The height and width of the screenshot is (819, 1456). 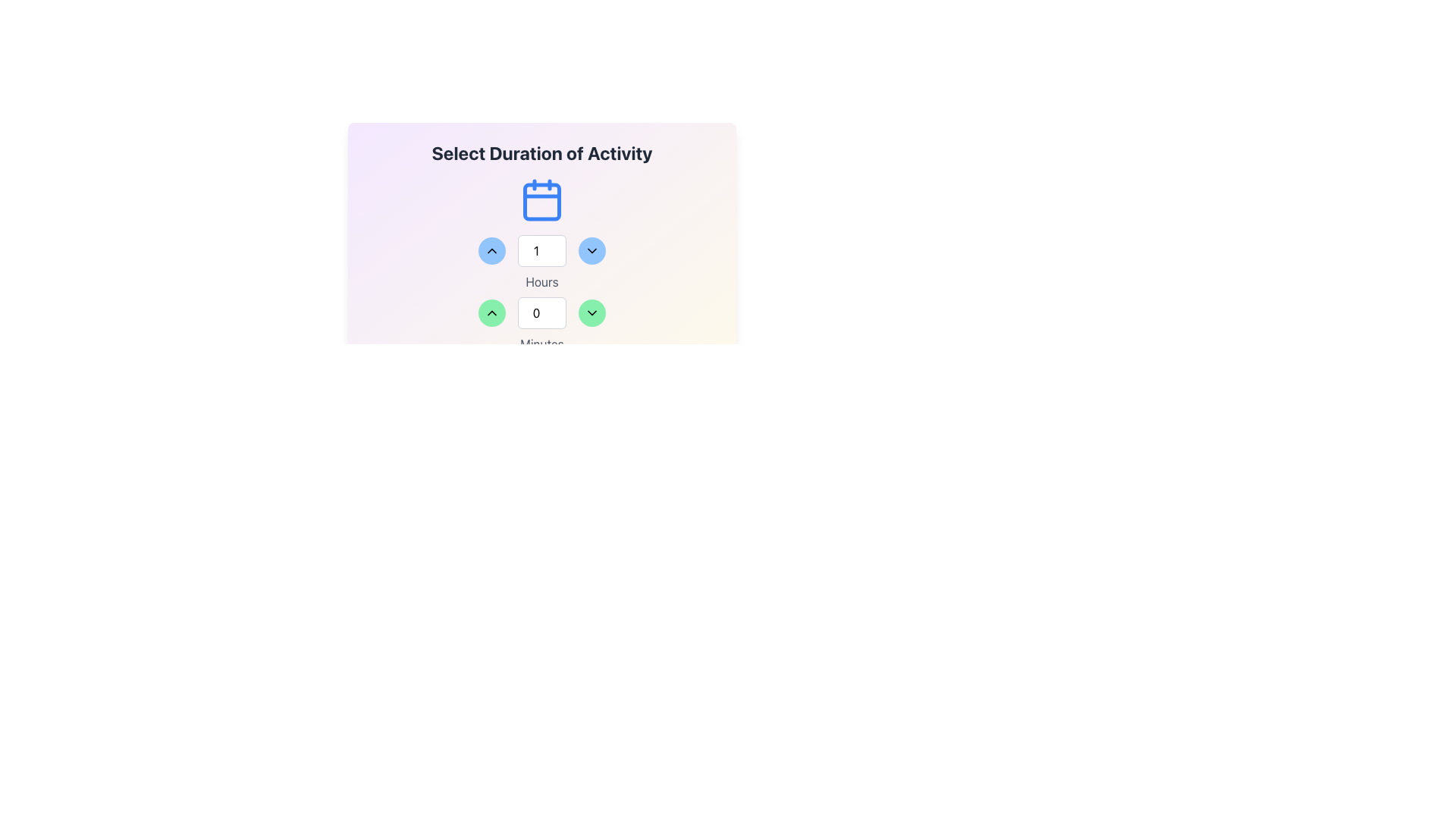 I want to click on the rightmost button in the group of controls to decrease the value in the associated numeric input field labeled 'Hours' by one unit, so click(x=591, y=250).